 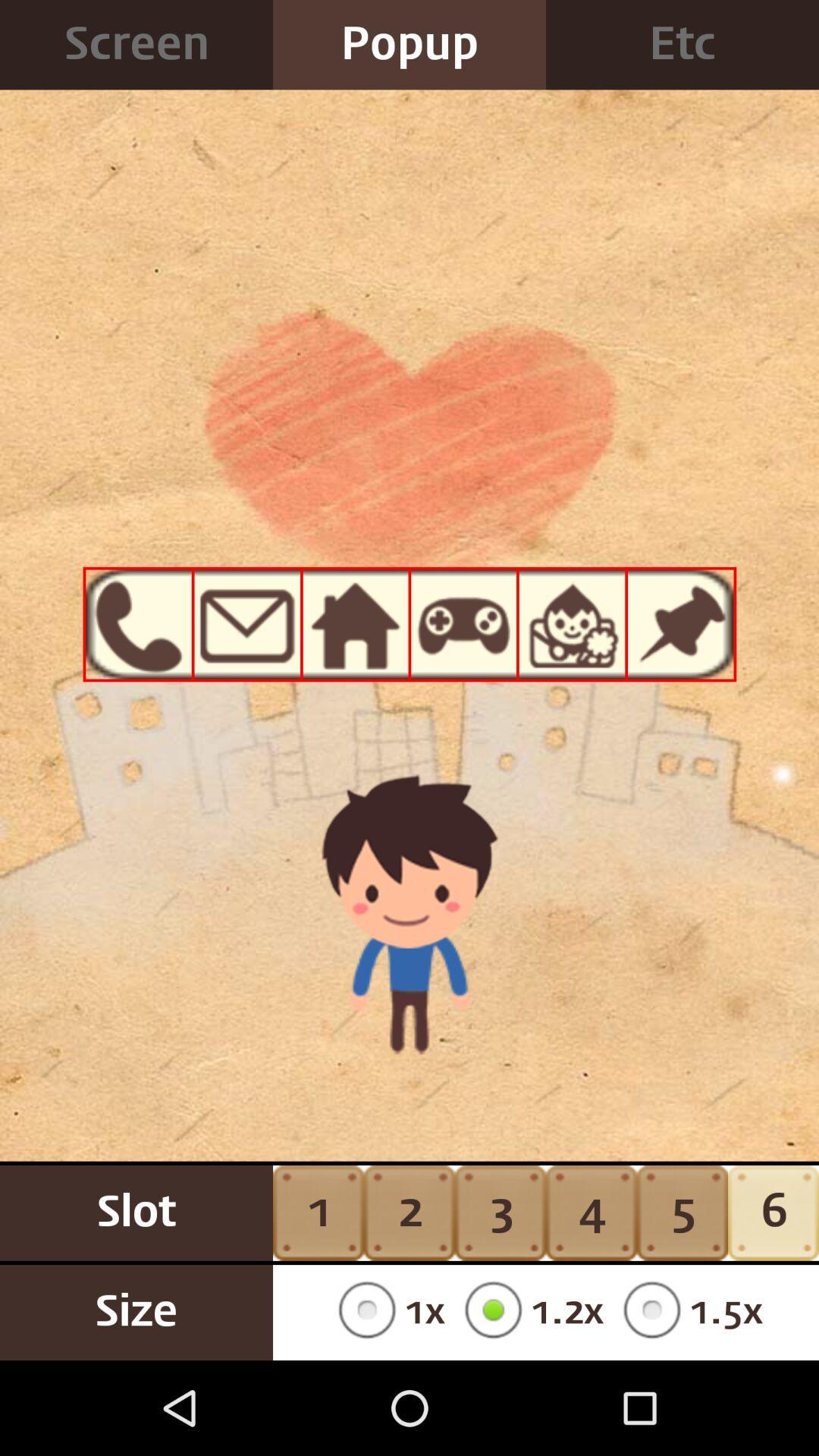 I want to click on the 1x radio button, so click(x=385, y=1312).